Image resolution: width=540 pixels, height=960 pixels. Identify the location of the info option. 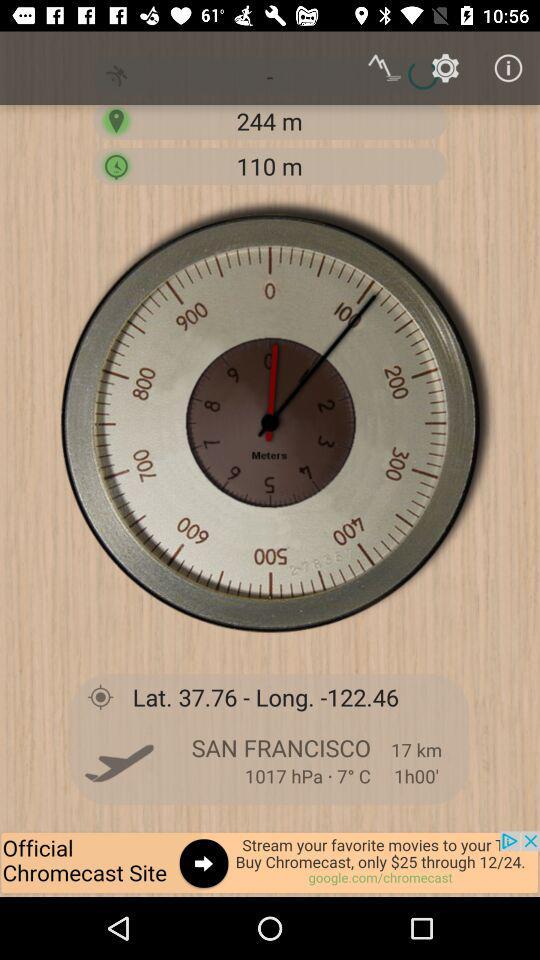
(508, 68).